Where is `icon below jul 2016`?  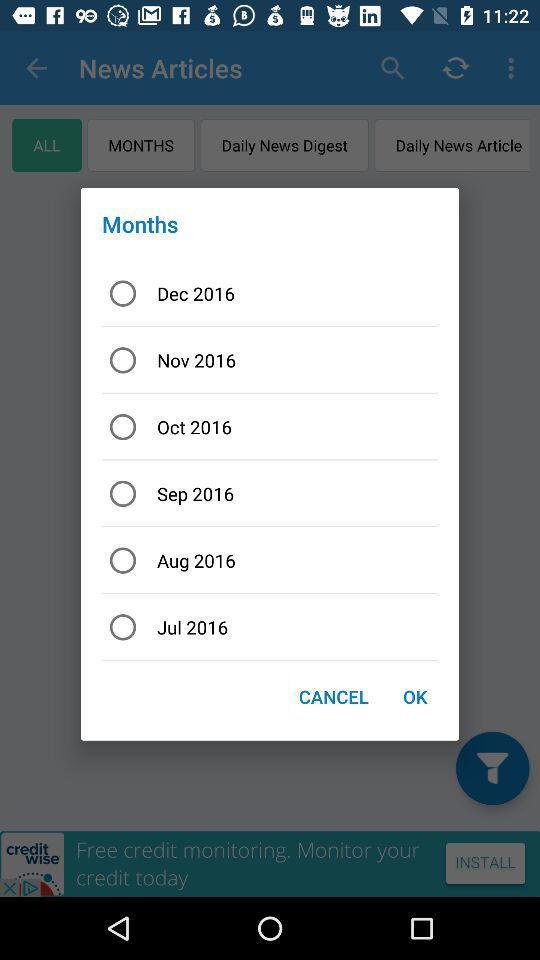
icon below jul 2016 is located at coordinates (333, 696).